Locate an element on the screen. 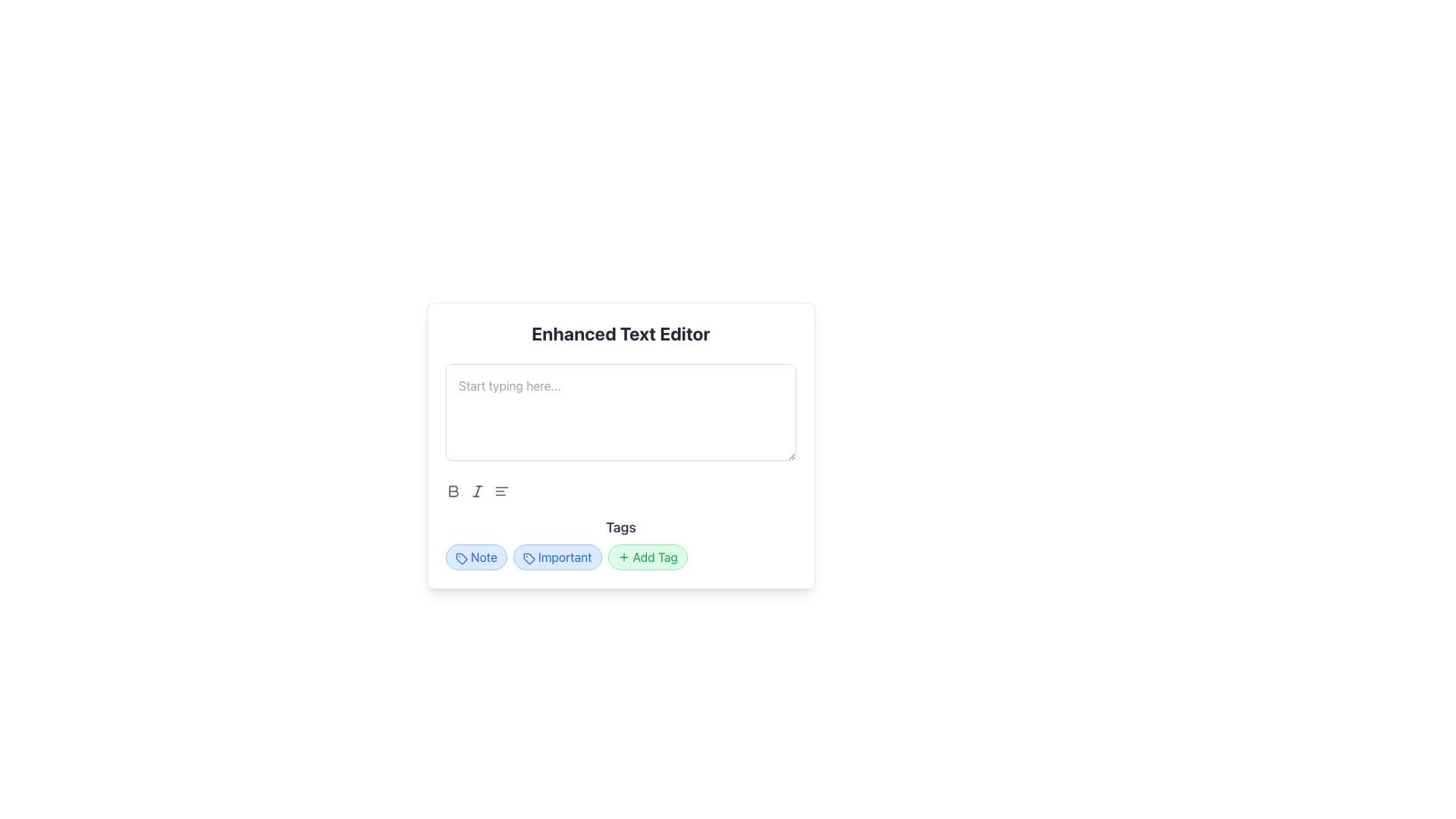 The width and height of the screenshot is (1456, 819). the italic formatting icon button located beneath the text entry area of the editor, positioned as the second icon from the left, between the bold icon and the alignment icon is located at coordinates (476, 491).